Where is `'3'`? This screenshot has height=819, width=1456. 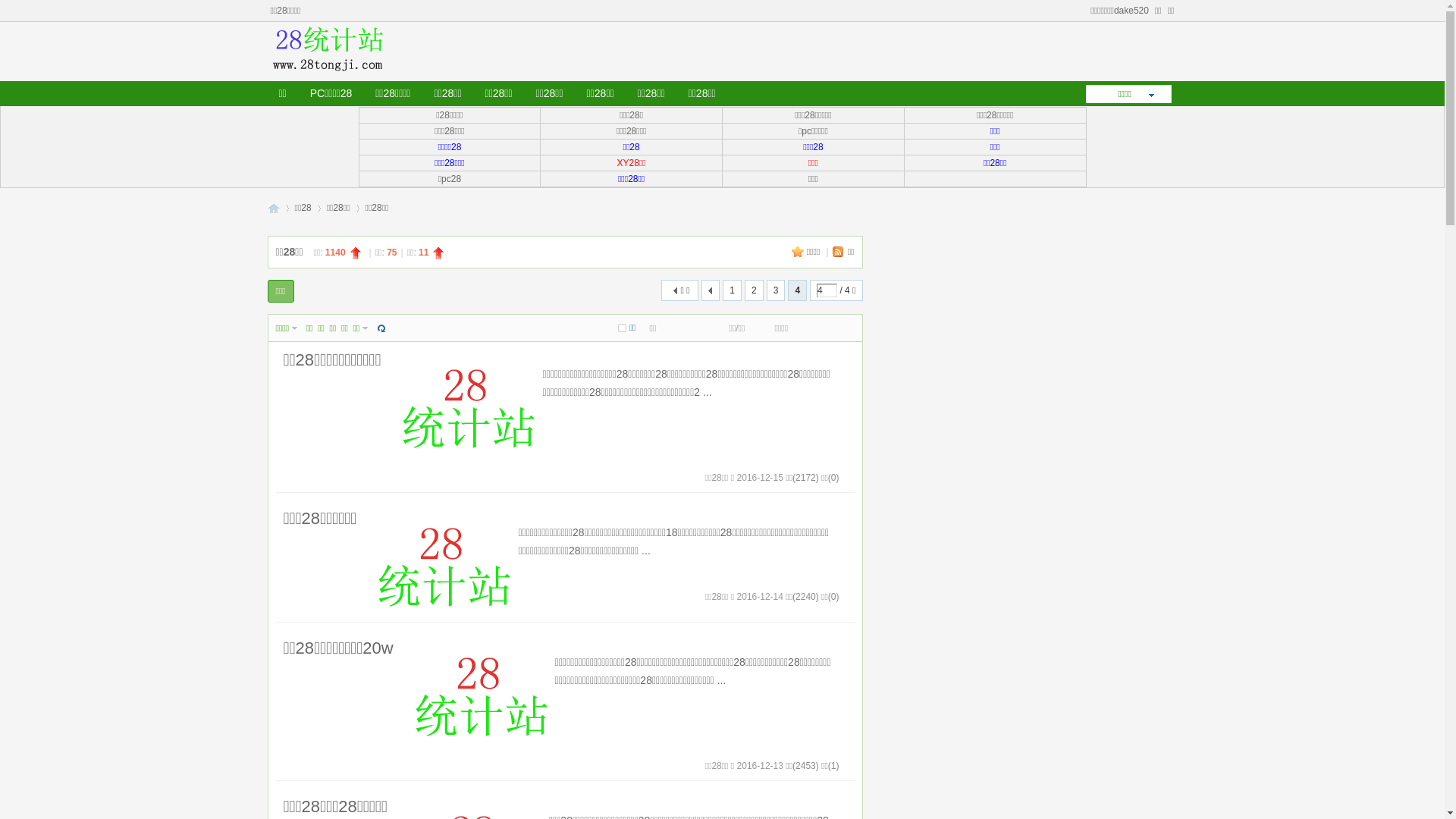
'3' is located at coordinates (776, 290).